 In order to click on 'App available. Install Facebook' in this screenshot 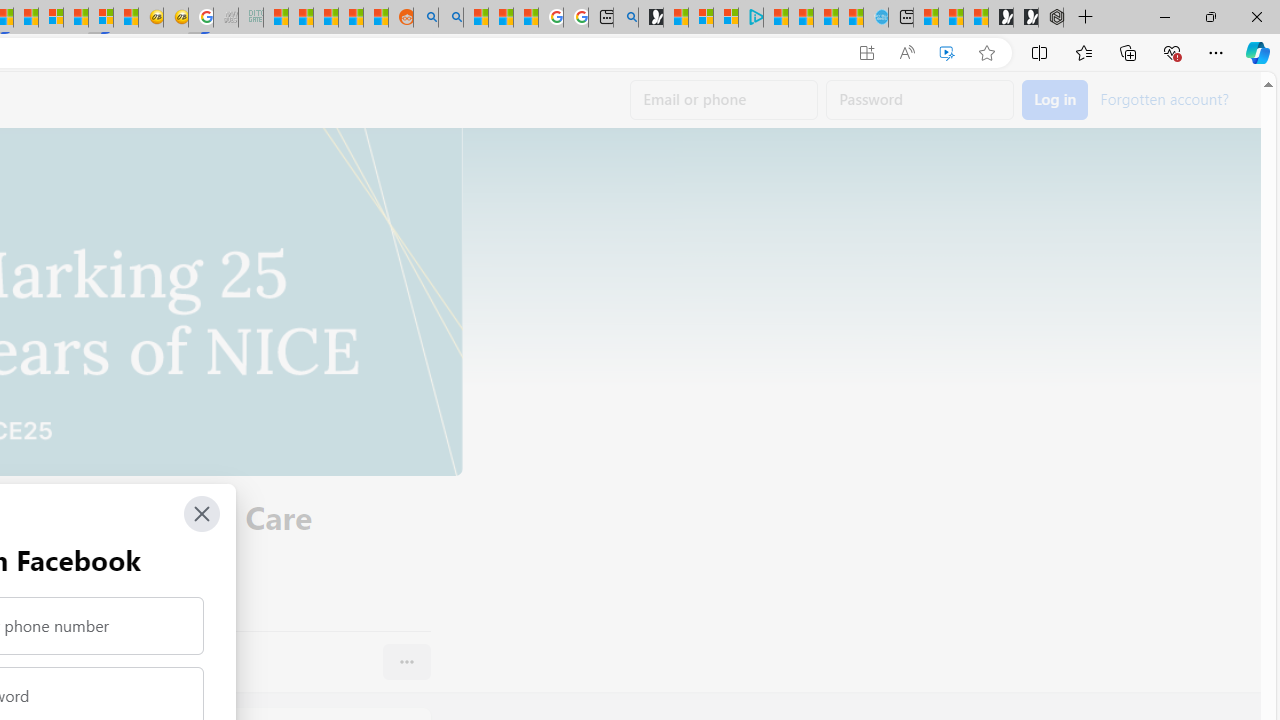, I will do `click(867, 52)`.